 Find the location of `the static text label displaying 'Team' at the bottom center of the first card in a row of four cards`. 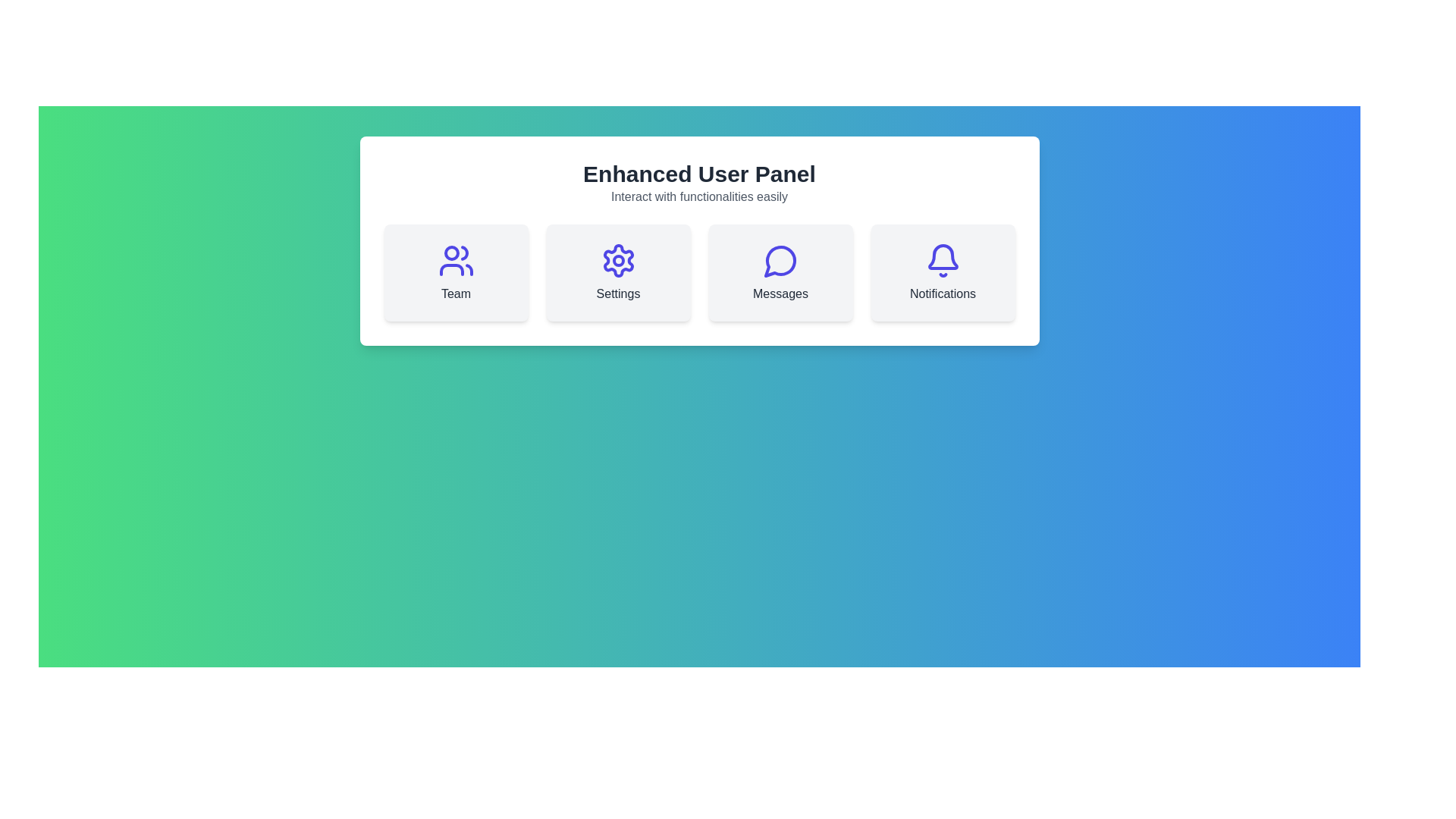

the static text label displaying 'Team' at the bottom center of the first card in a row of four cards is located at coordinates (455, 294).